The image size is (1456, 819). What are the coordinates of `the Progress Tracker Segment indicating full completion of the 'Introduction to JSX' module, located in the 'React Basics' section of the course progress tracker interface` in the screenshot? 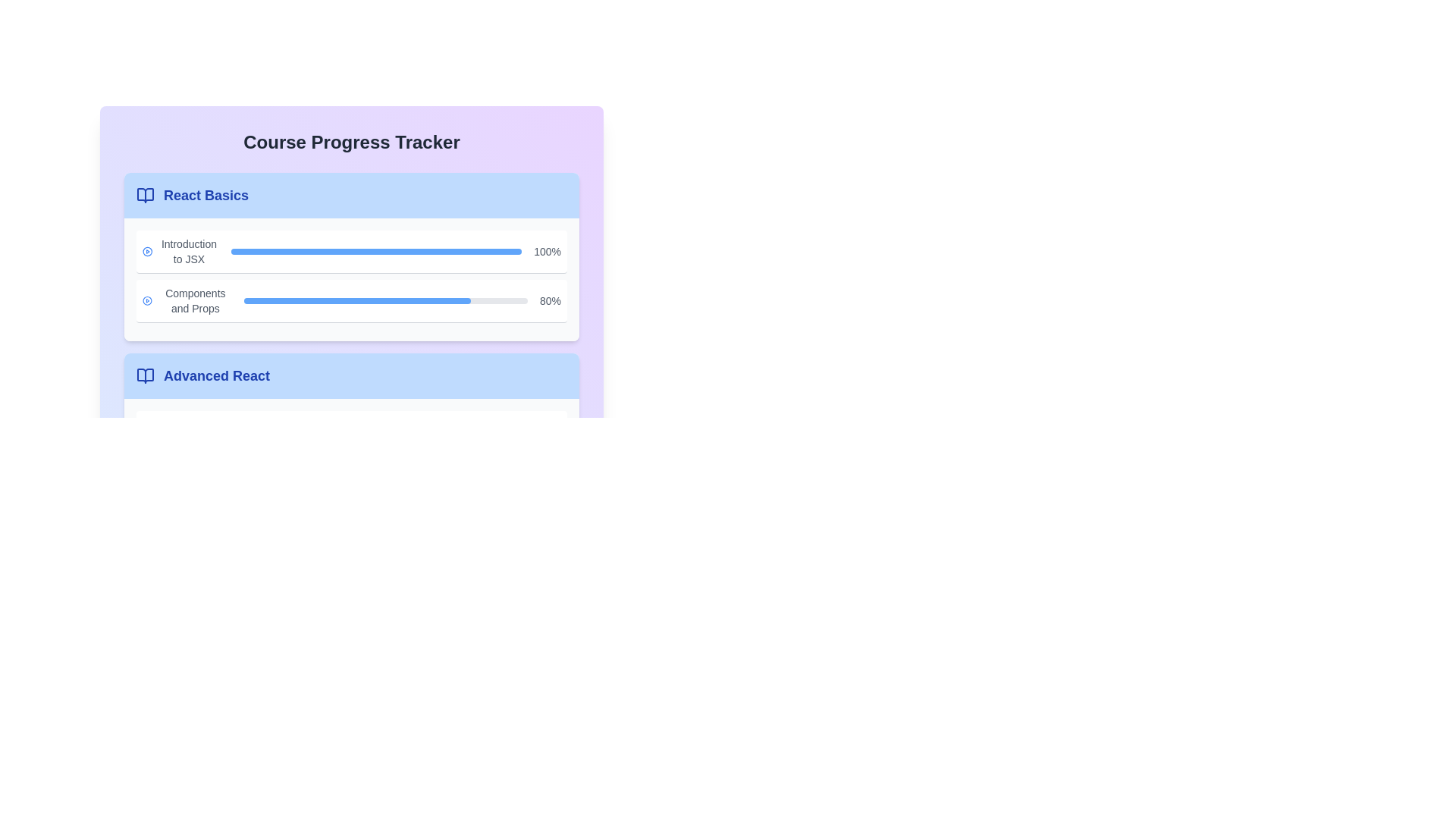 It's located at (351, 251).